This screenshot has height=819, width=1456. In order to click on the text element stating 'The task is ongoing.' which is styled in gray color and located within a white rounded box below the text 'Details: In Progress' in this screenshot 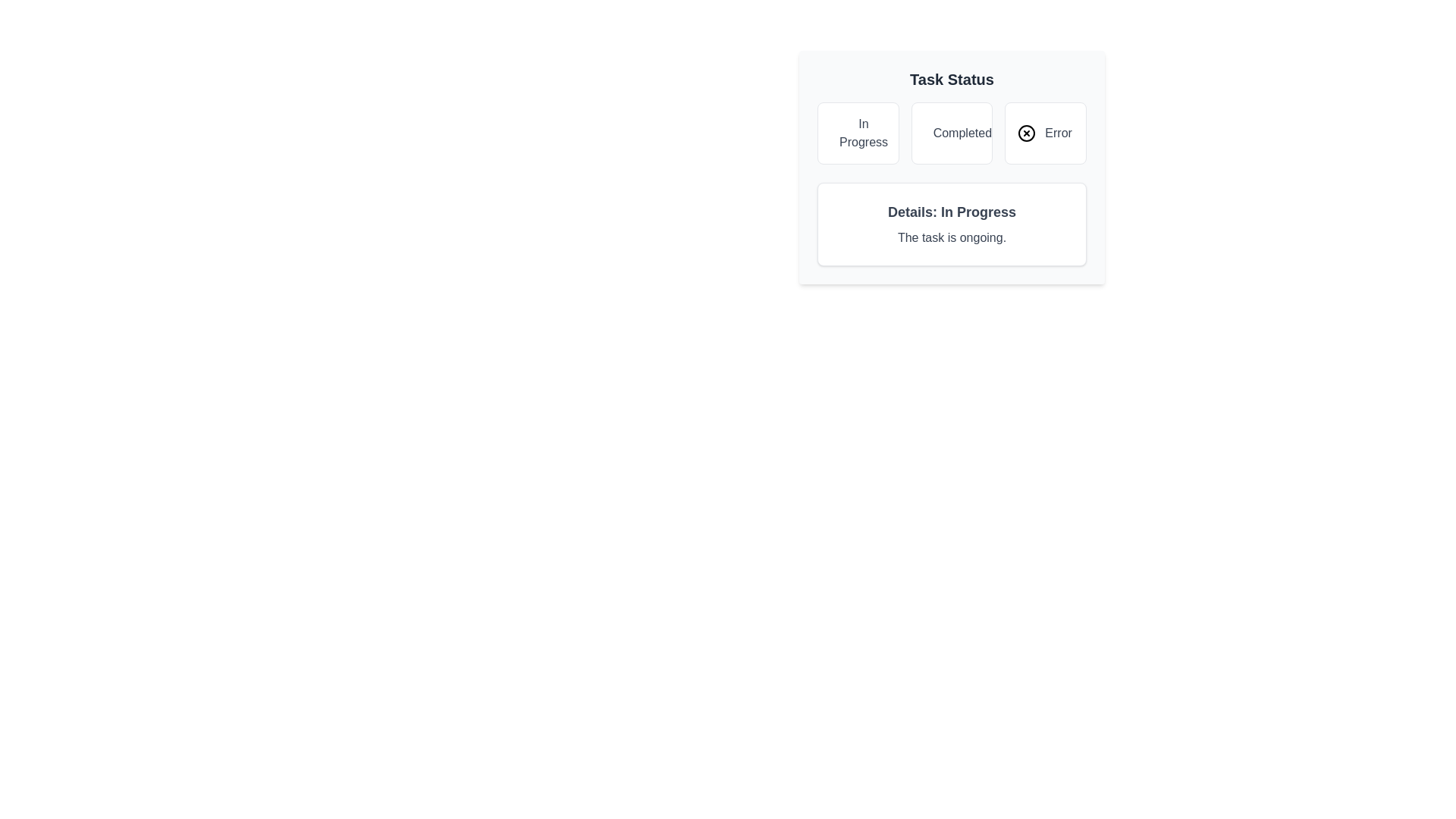, I will do `click(951, 237)`.